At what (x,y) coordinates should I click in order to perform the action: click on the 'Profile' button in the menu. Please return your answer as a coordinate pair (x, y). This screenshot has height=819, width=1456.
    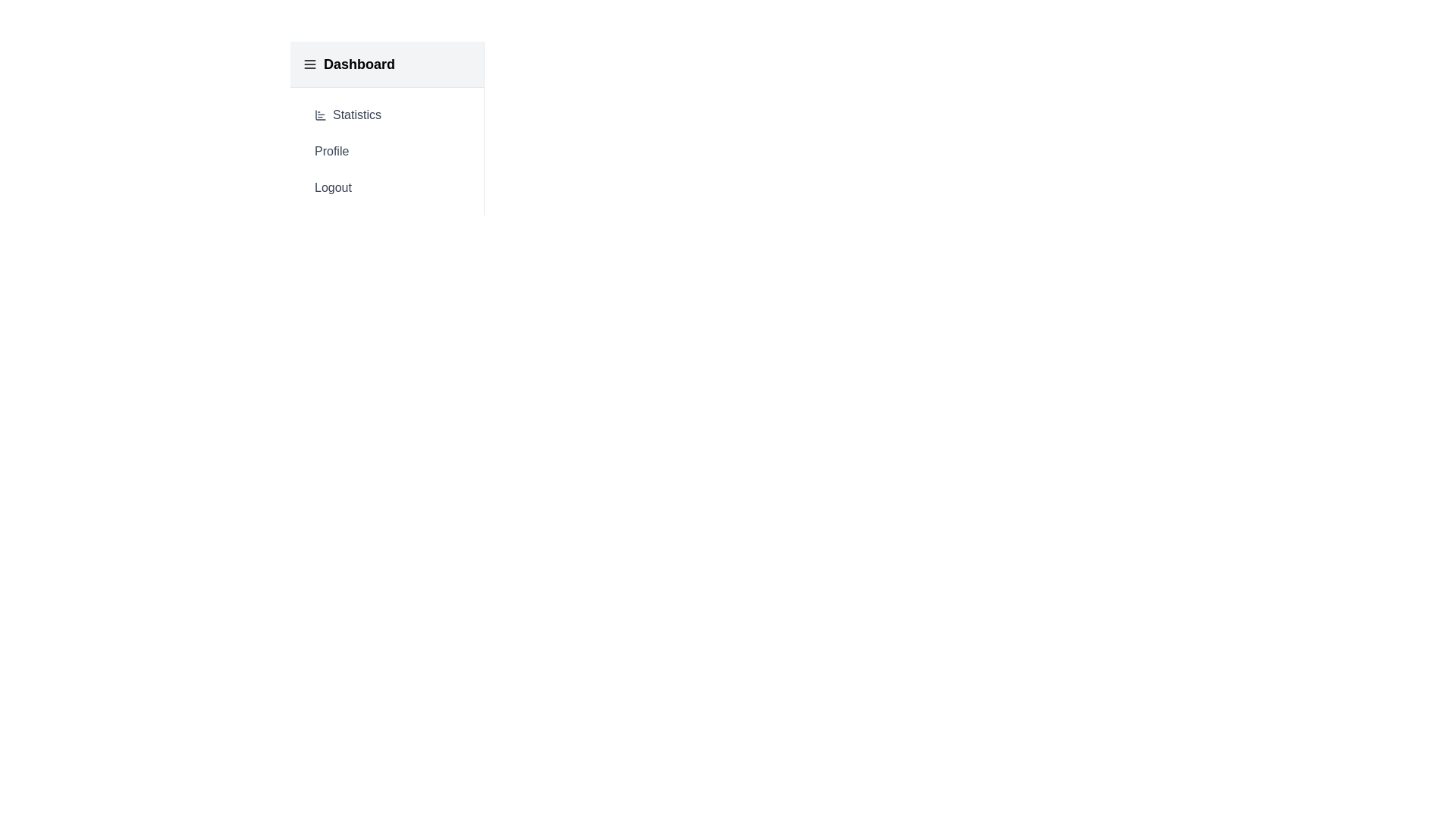
    Looking at the image, I should click on (387, 152).